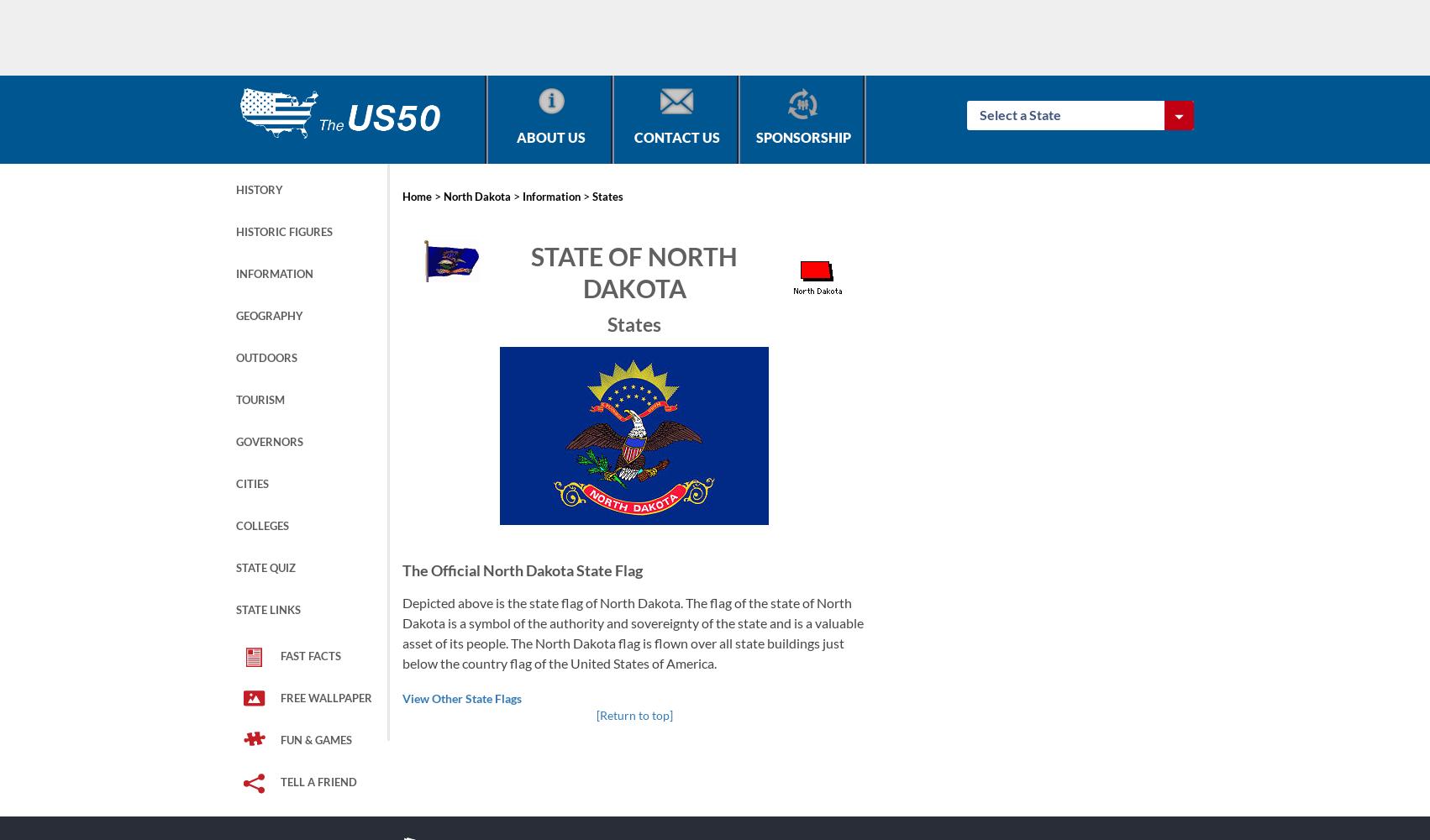 The image size is (1430, 840). Describe the element at coordinates (632, 632) in the screenshot. I see `'Depicted above is the state flag of North Dakota.  The flag of the state of North Dakota is a symbol of the authority and sovereignty of the state and is a valuable asset of its people.  The North Dakota flag is flown over all state buildings just below the country flag of the United States of America.'` at that location.